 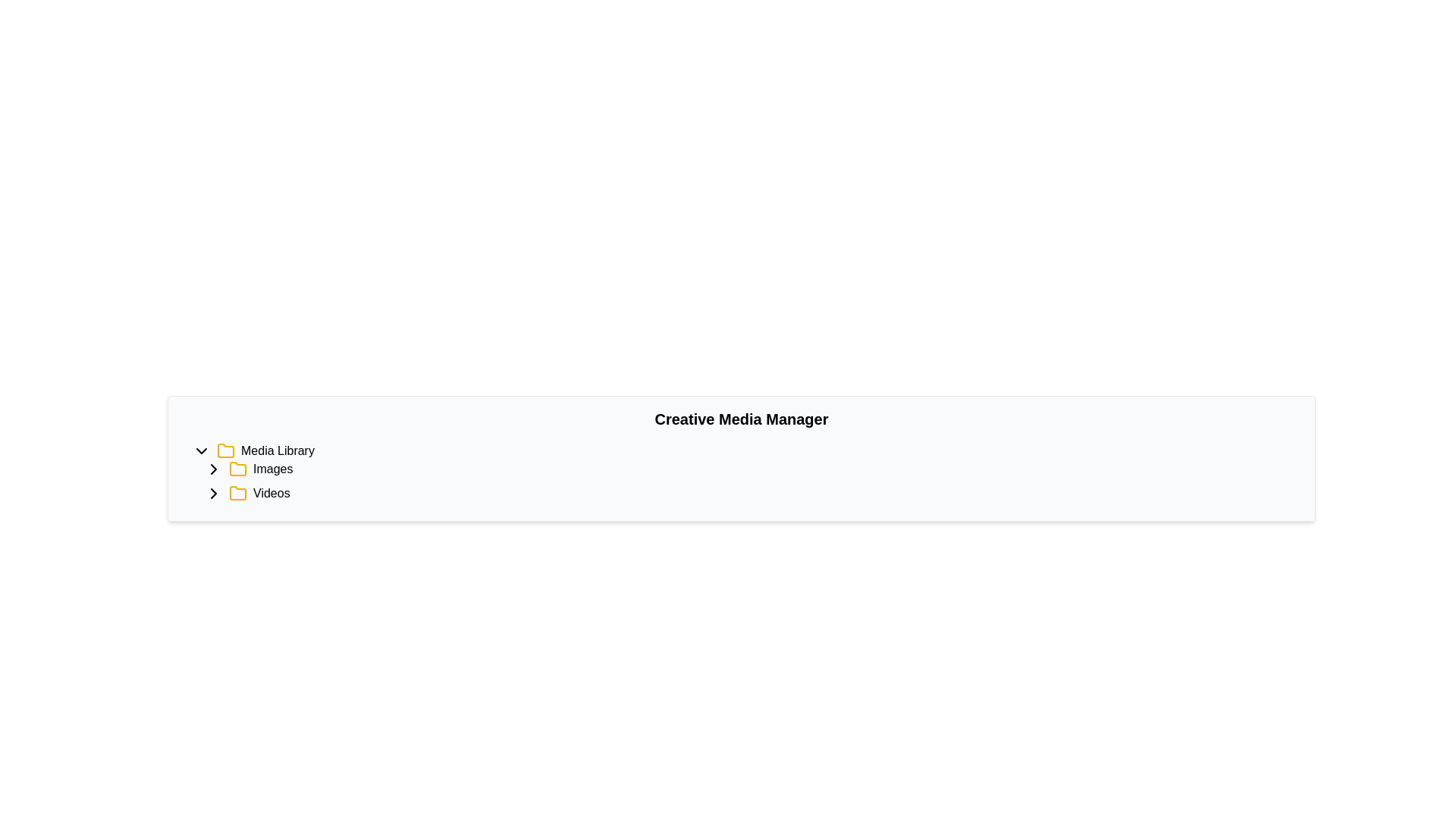 I want to click on the yellow folder icon representing the 'Videos' sub-item in the directory tree structure, located below 'Media Library', so click(x=237, y=493).